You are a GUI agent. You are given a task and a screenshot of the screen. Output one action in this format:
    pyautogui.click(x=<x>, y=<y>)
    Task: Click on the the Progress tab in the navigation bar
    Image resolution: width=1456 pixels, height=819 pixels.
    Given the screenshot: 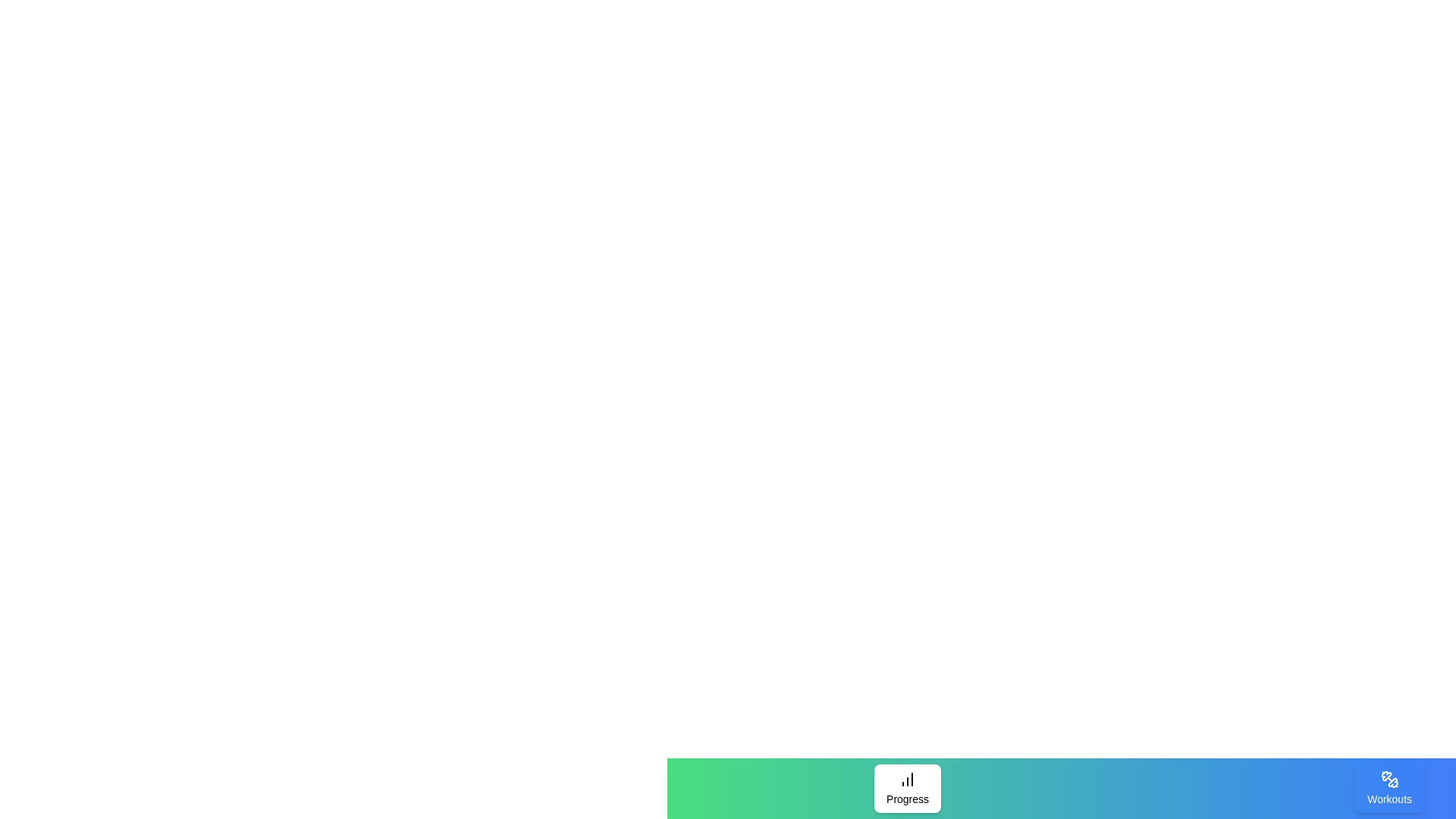 What is the action you would take?
    pyautogui.click(x=908, y=788)
    